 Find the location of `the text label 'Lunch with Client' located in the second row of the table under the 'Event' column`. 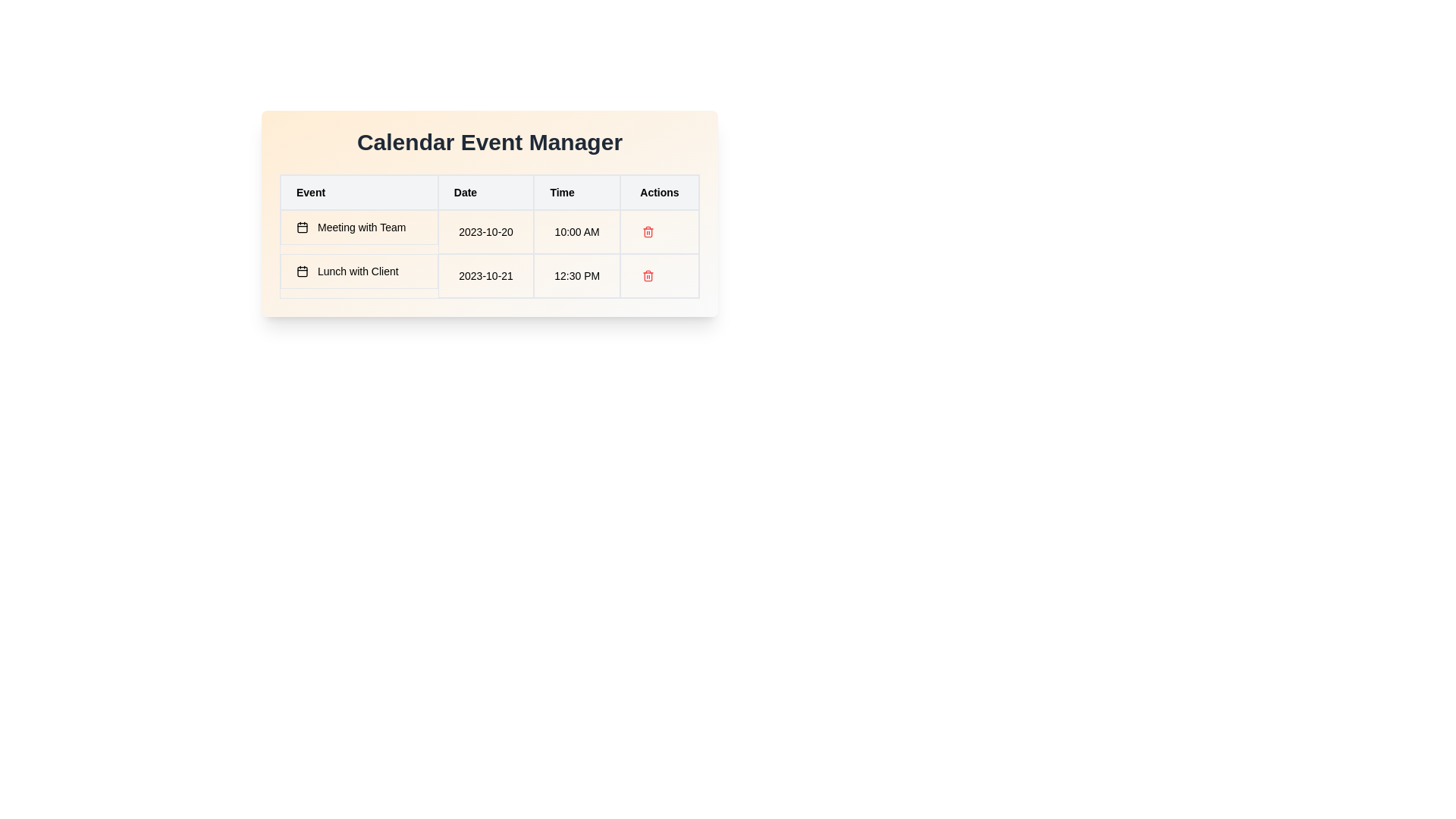

the text label 'Lunch with Client' located in the second row of the table under the 'Event' column is located at coordinates (358, 271).